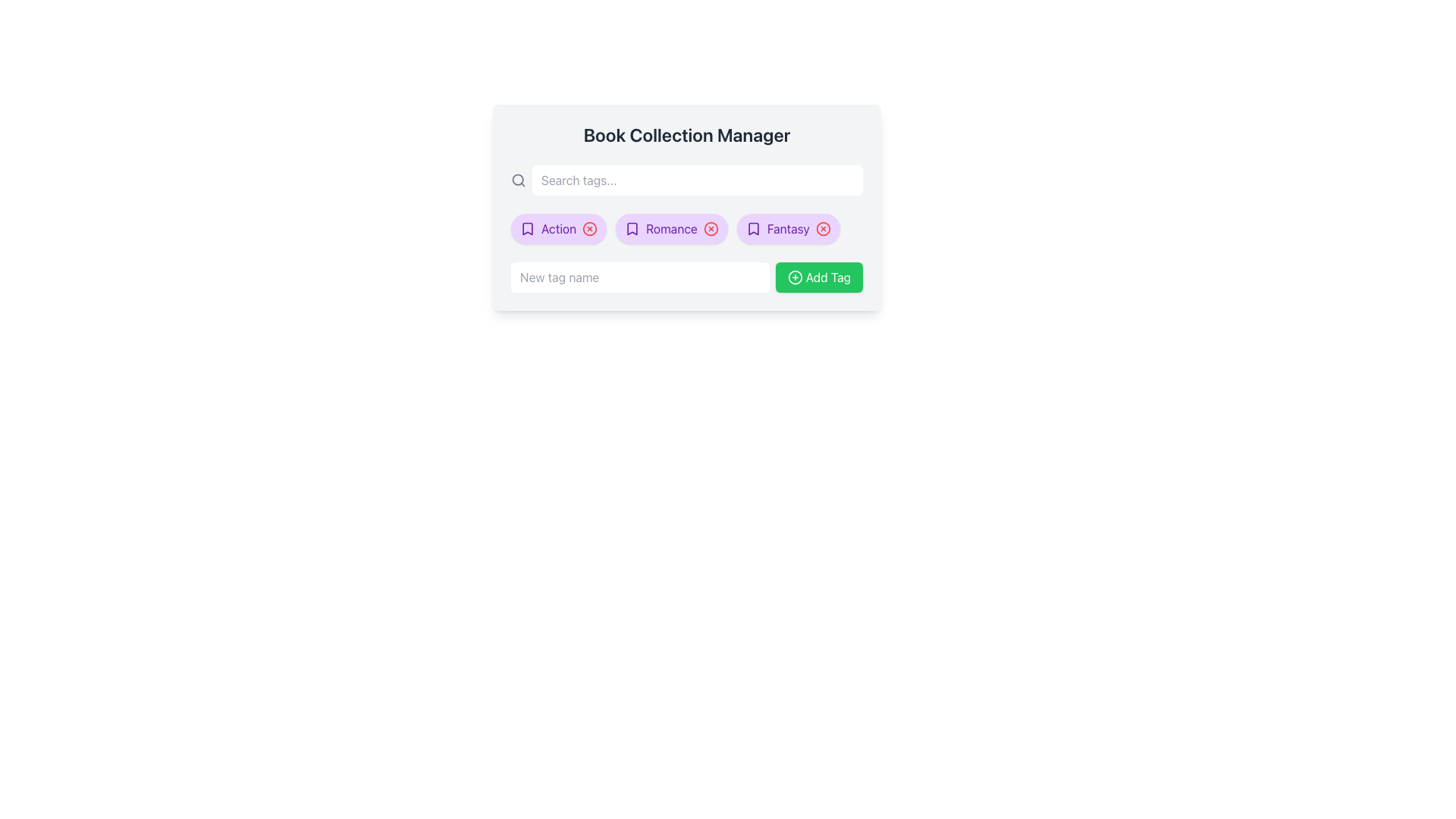  Describe the element at coordinates (518, 179) in the screenshot. I see `the magnifying glass icon represented by the circular shape adjacent to the 'Search tags...' input field by clicking on it` at that location.